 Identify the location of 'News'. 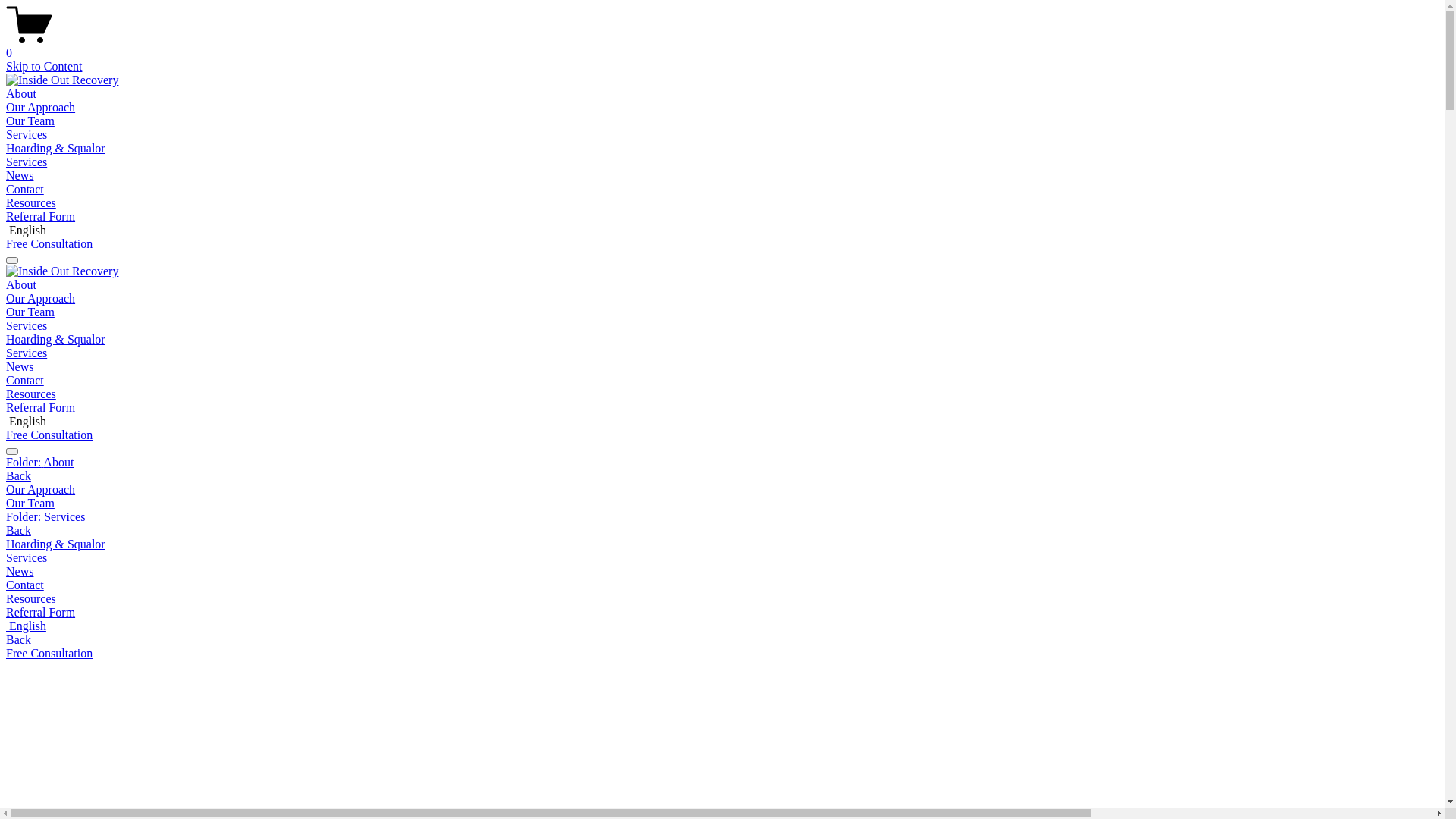
(6, 366).